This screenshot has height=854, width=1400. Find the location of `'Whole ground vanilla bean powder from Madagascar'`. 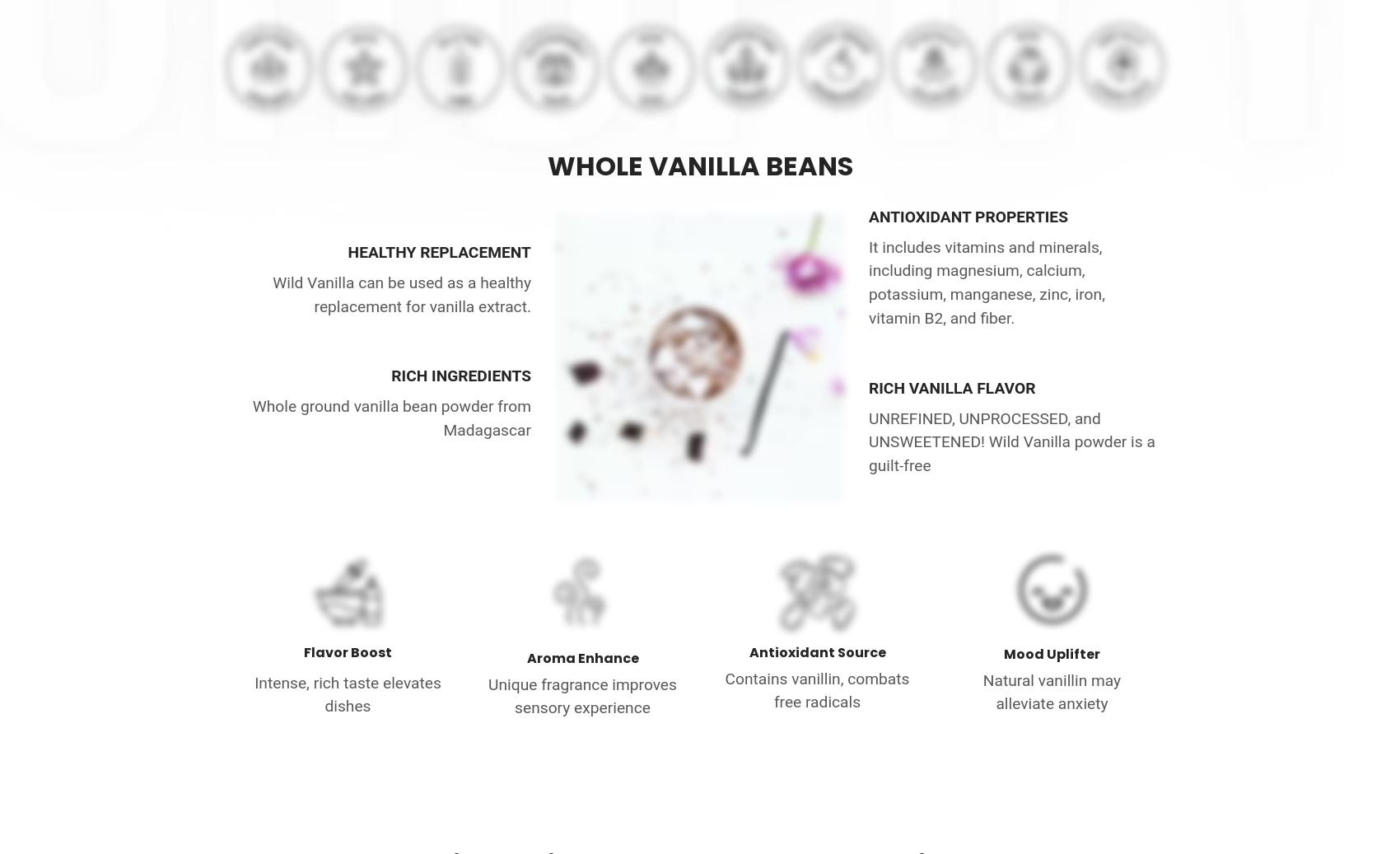

'Whole ground vanilla bean powder from Madagascar' is located at coordinates (390, 417).